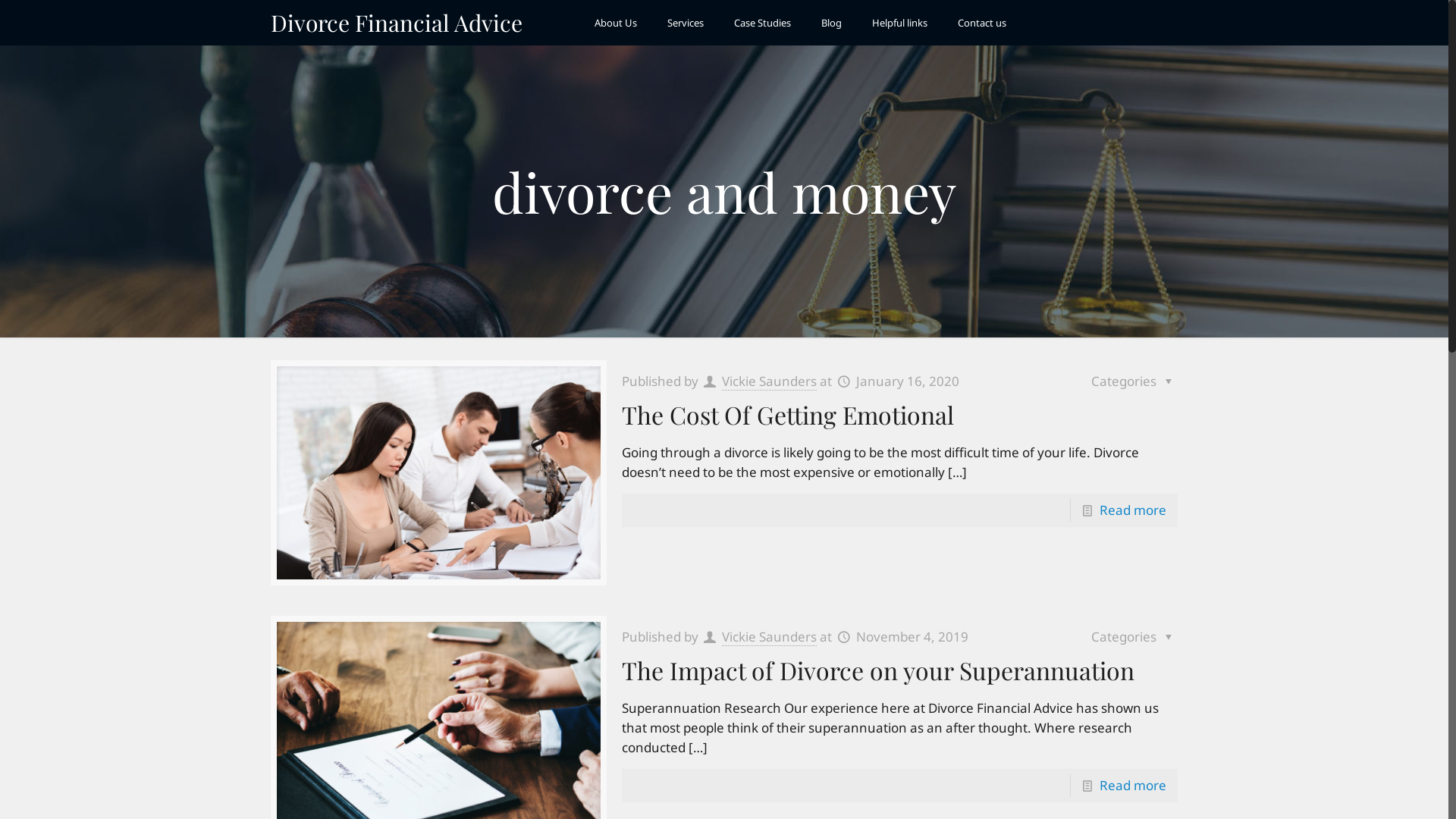 The height and width of the screenshot is (819, 1456). Describe the element at coordinates (1099, 785) in the screenshot. I see `'Read more'` at that location.